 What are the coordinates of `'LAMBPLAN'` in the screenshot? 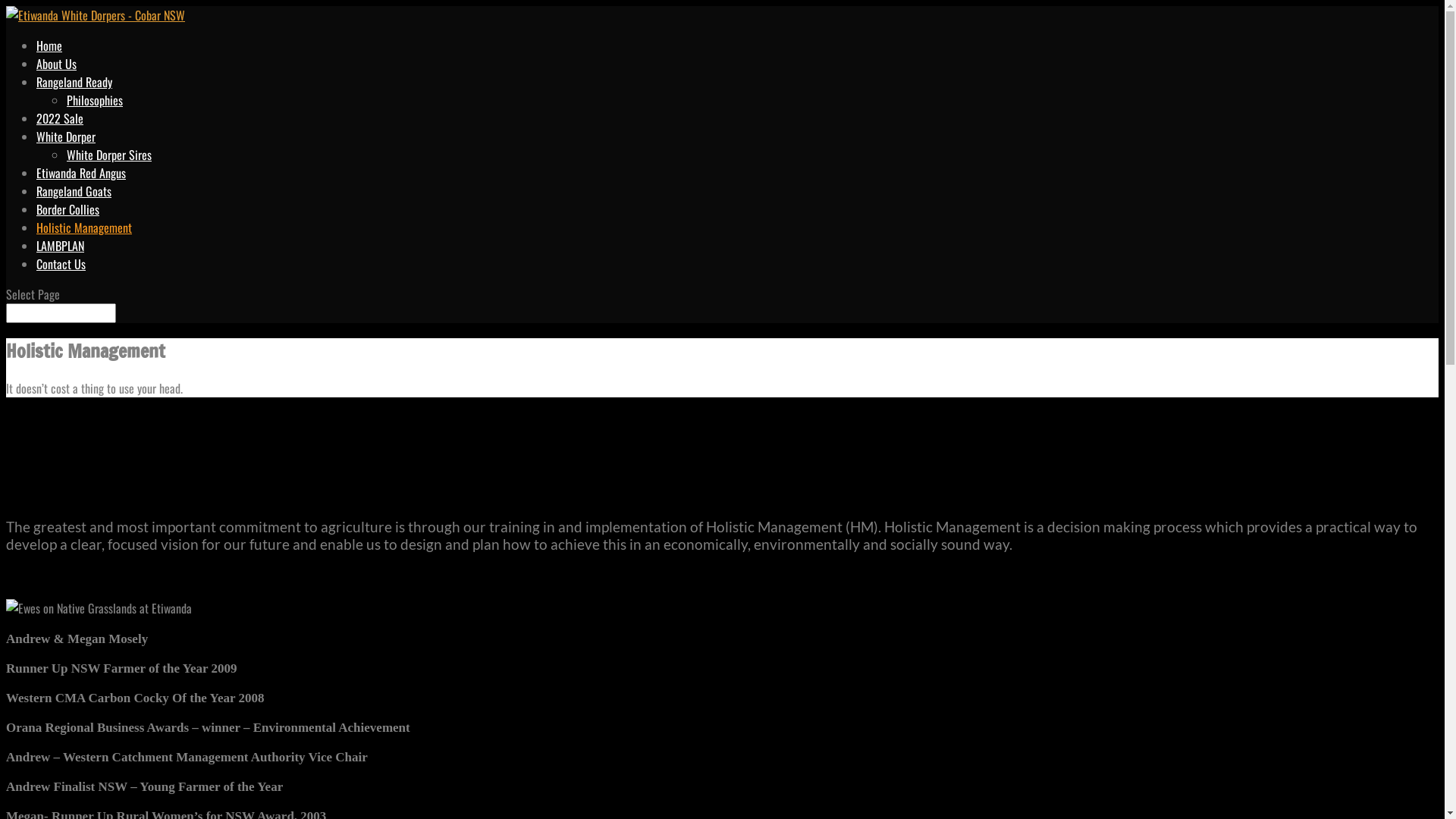 It's located at (60, 245).